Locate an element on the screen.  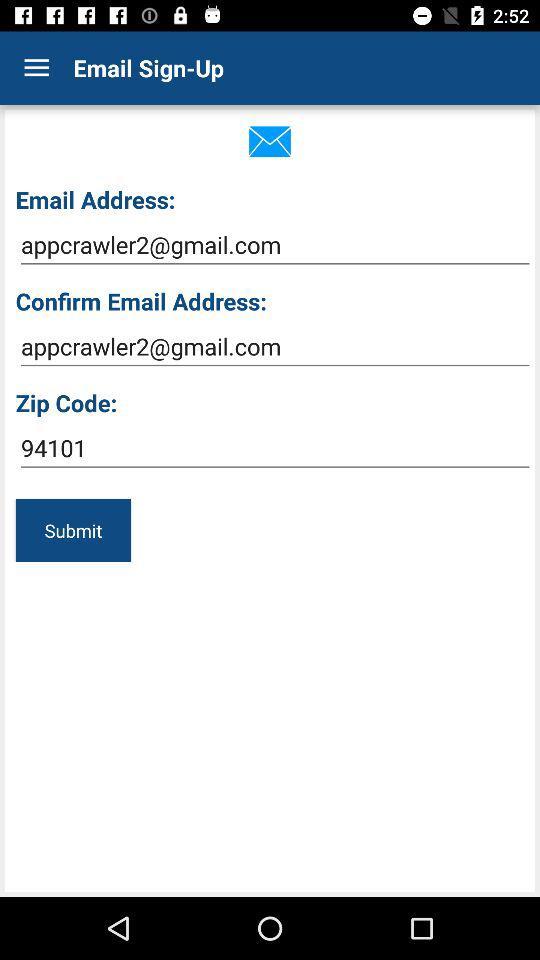
item next to the email sign-up is located at coordinates (36, 68).